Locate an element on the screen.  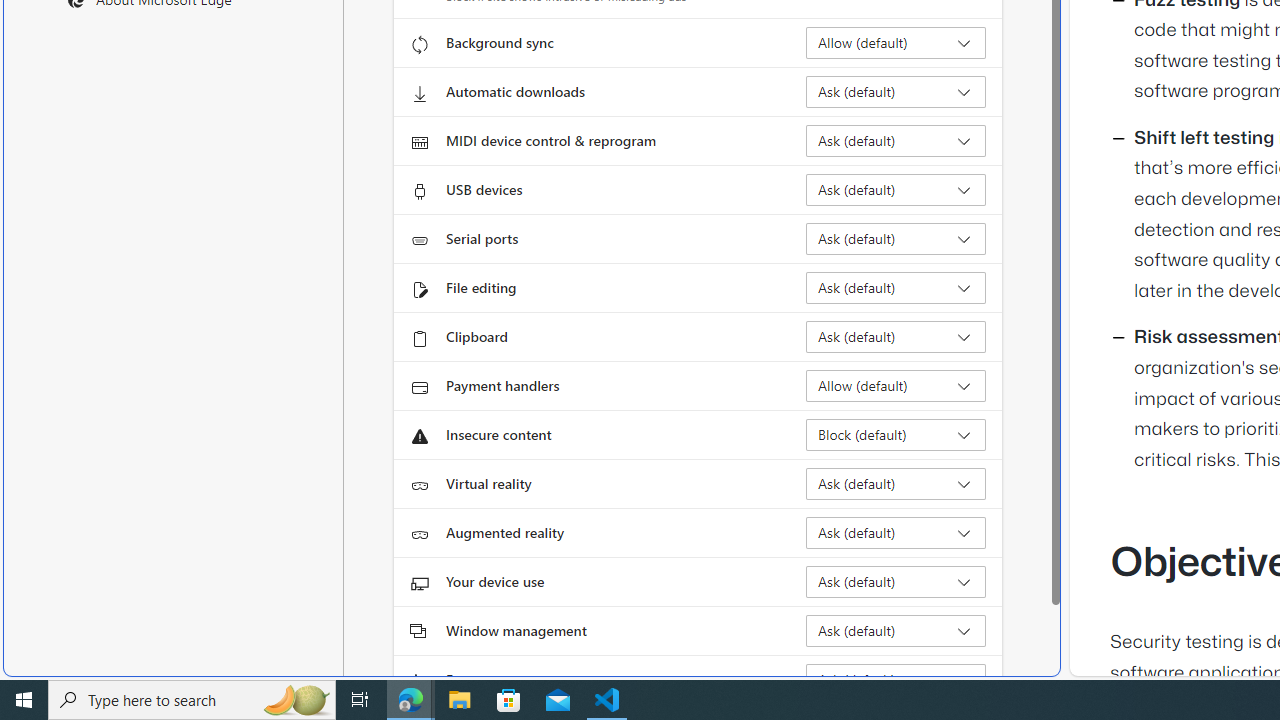
'MIDI device control & reprogram Ask (default)' is located at coordinates (895, 140).